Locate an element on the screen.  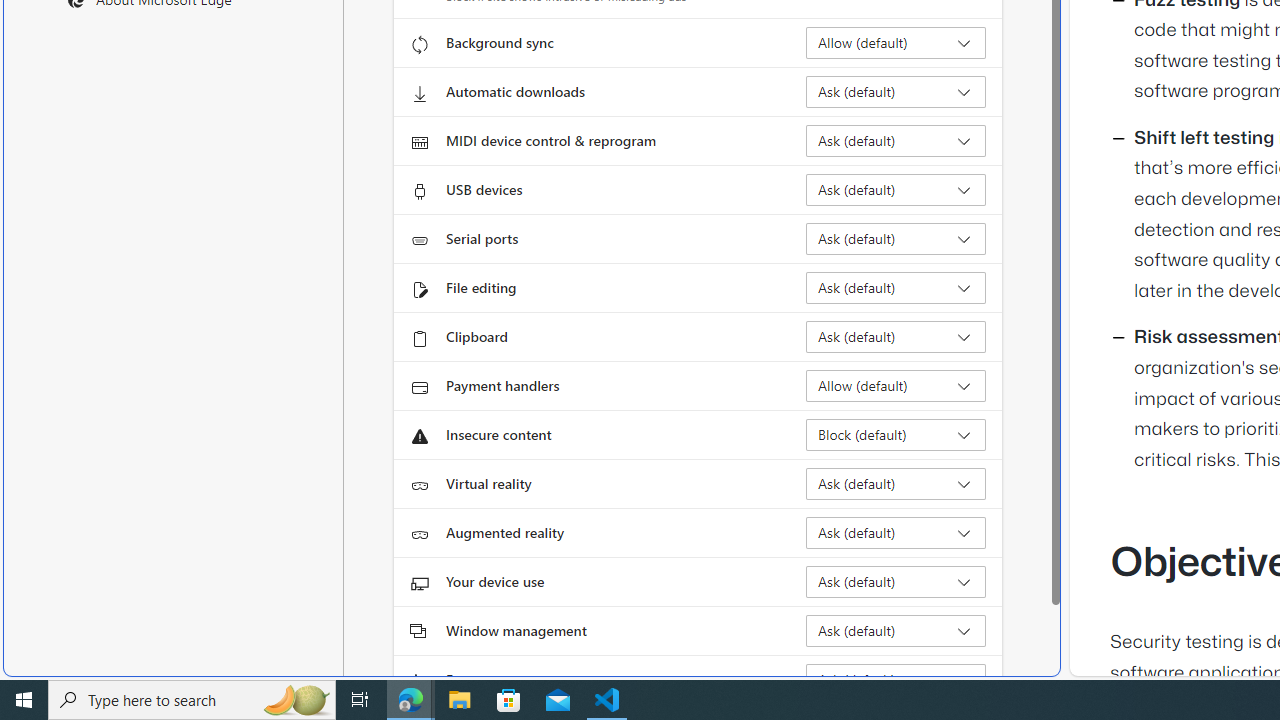
'MIDI device control & reprogram Ask (default)' is located at coordinates (895, 140).